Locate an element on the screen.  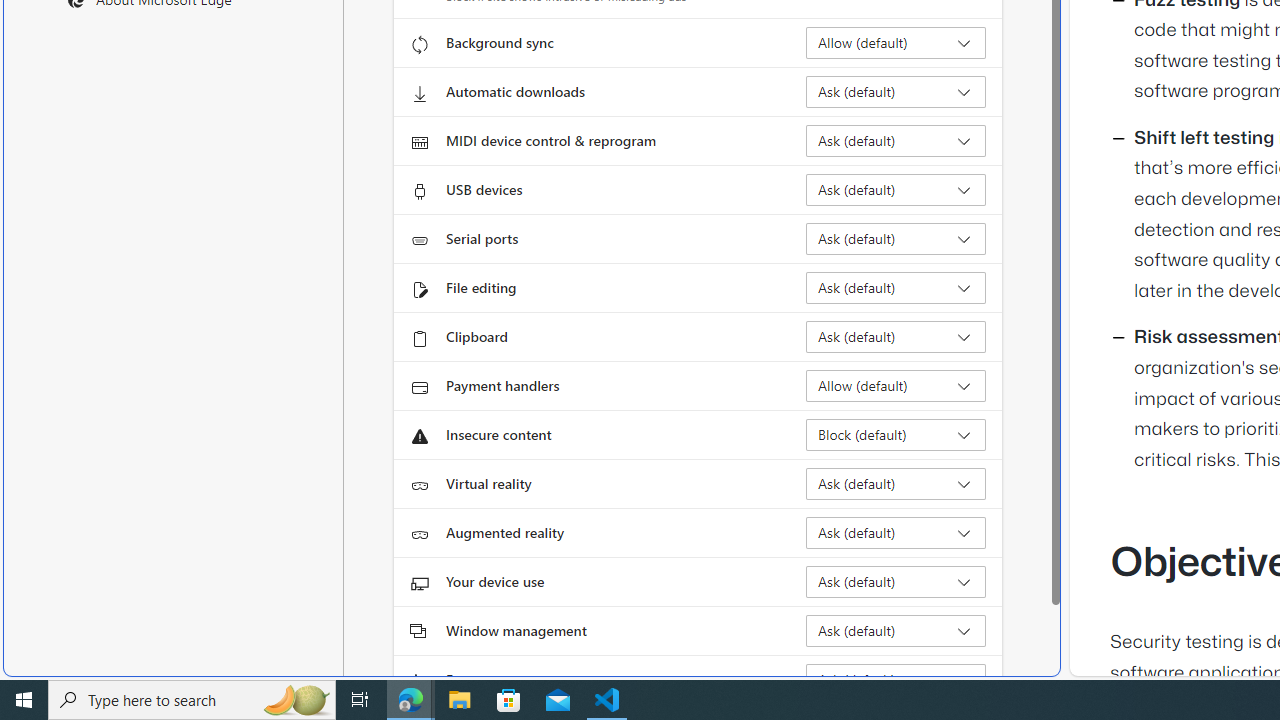
'MIDI device control & reprogram Ask (default)' is located at coordinates (895, 140).